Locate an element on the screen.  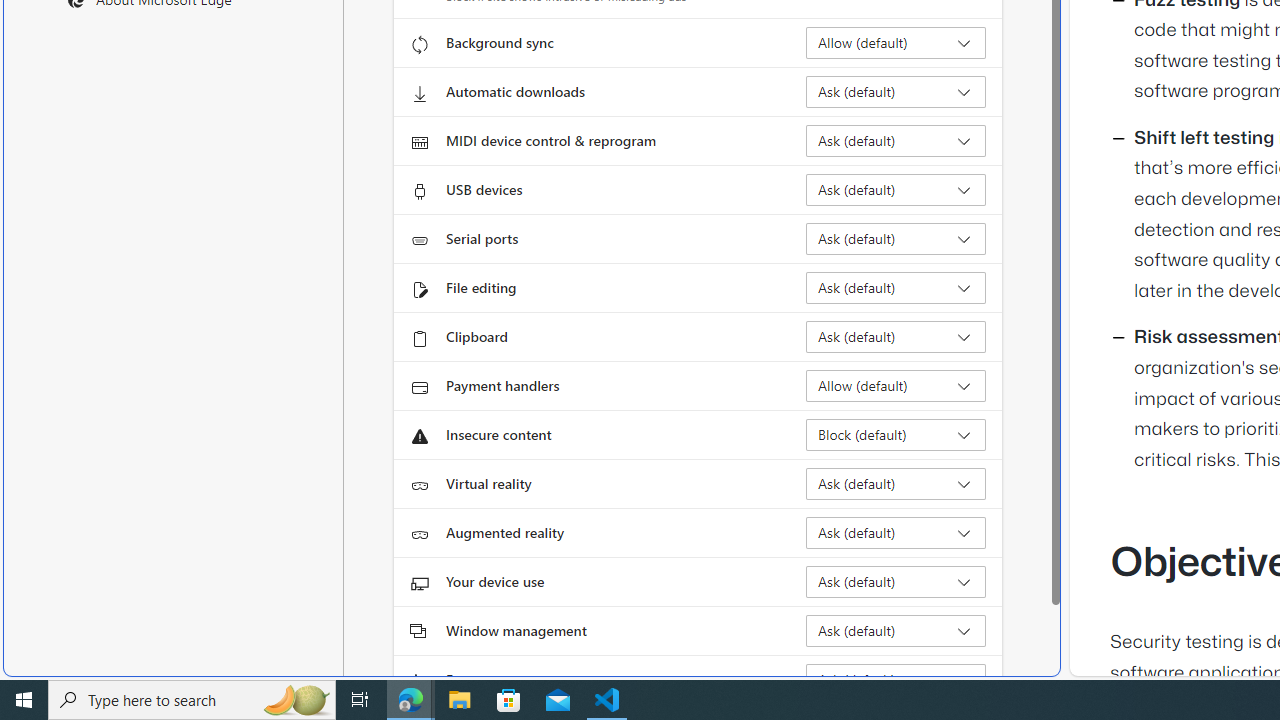
'MIDI device control & reprogram Ask (default)' is located at coordinates (895, 140).